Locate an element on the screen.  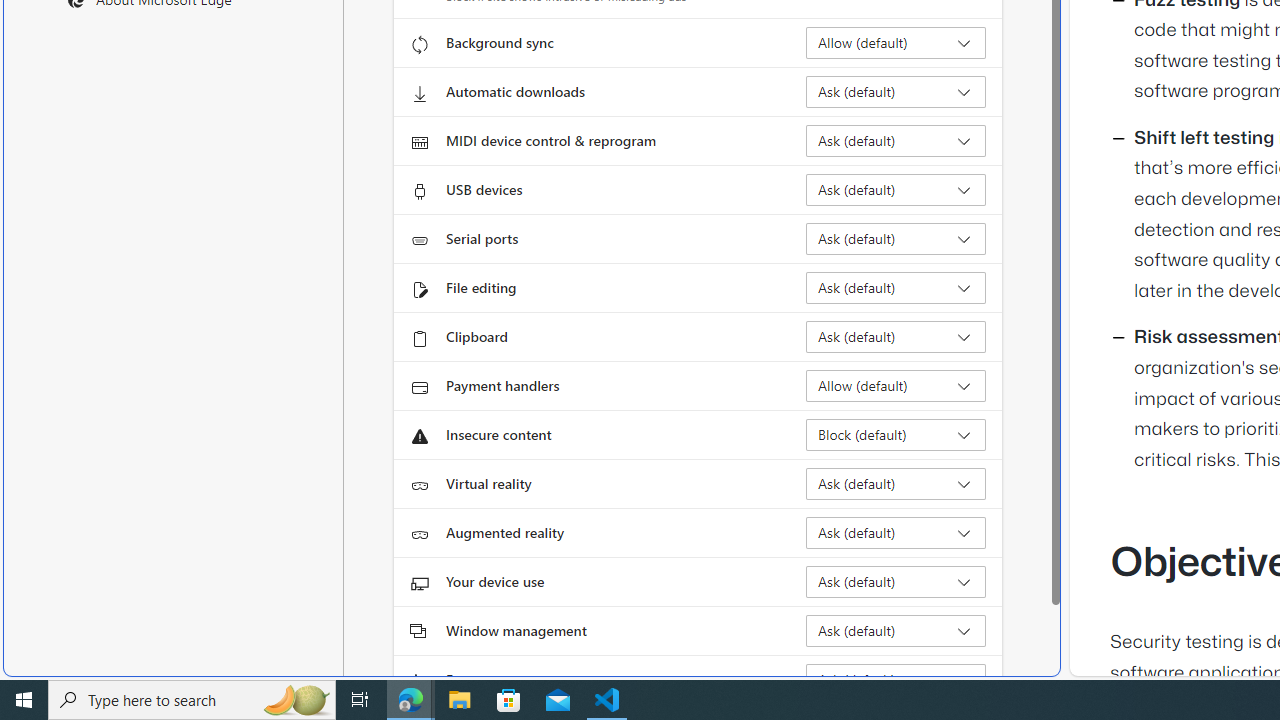
'MIDI device control & reprogram Ask (default)' is located at coordinates (895, 140).